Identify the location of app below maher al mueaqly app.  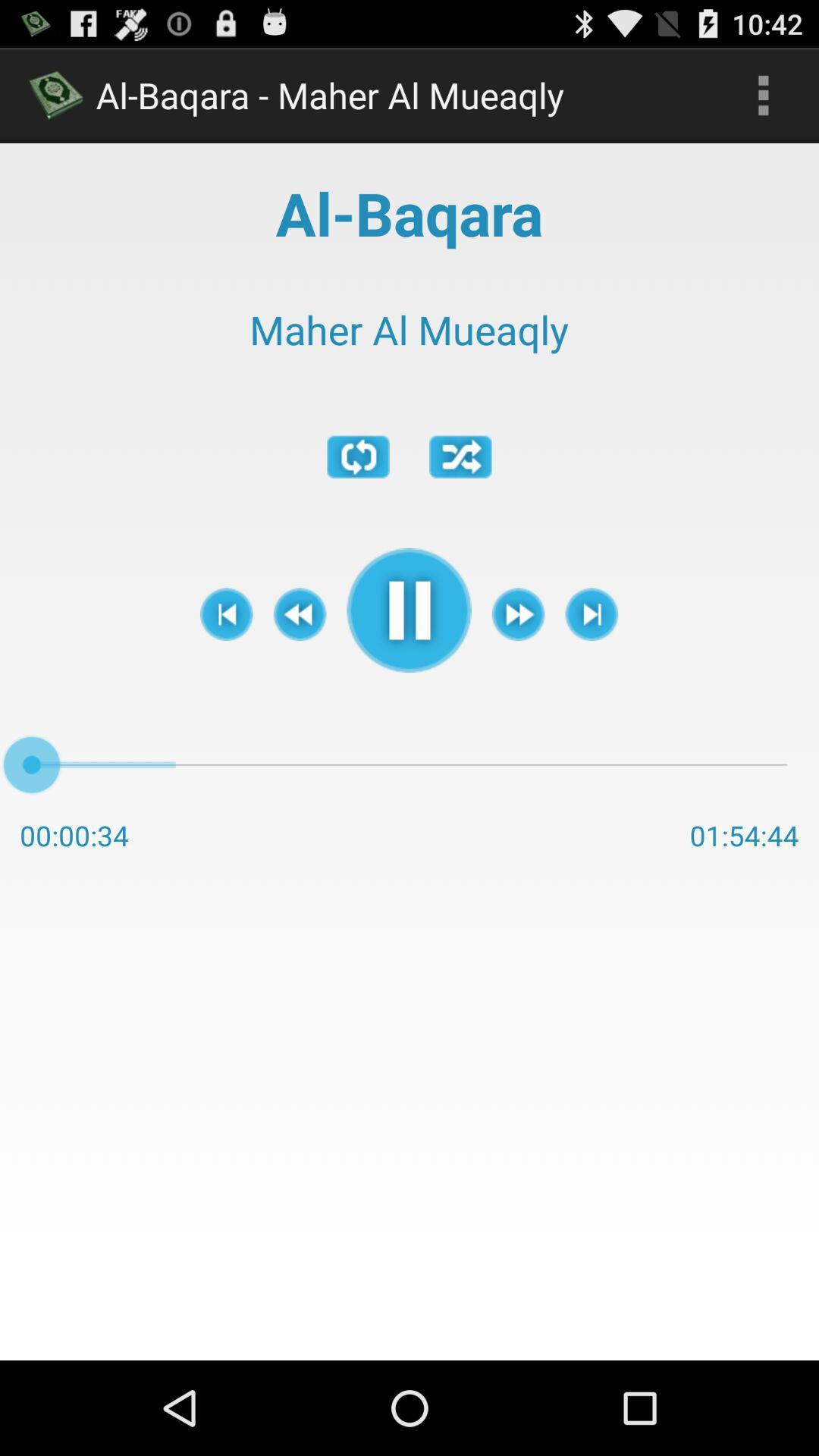
(460, 456).